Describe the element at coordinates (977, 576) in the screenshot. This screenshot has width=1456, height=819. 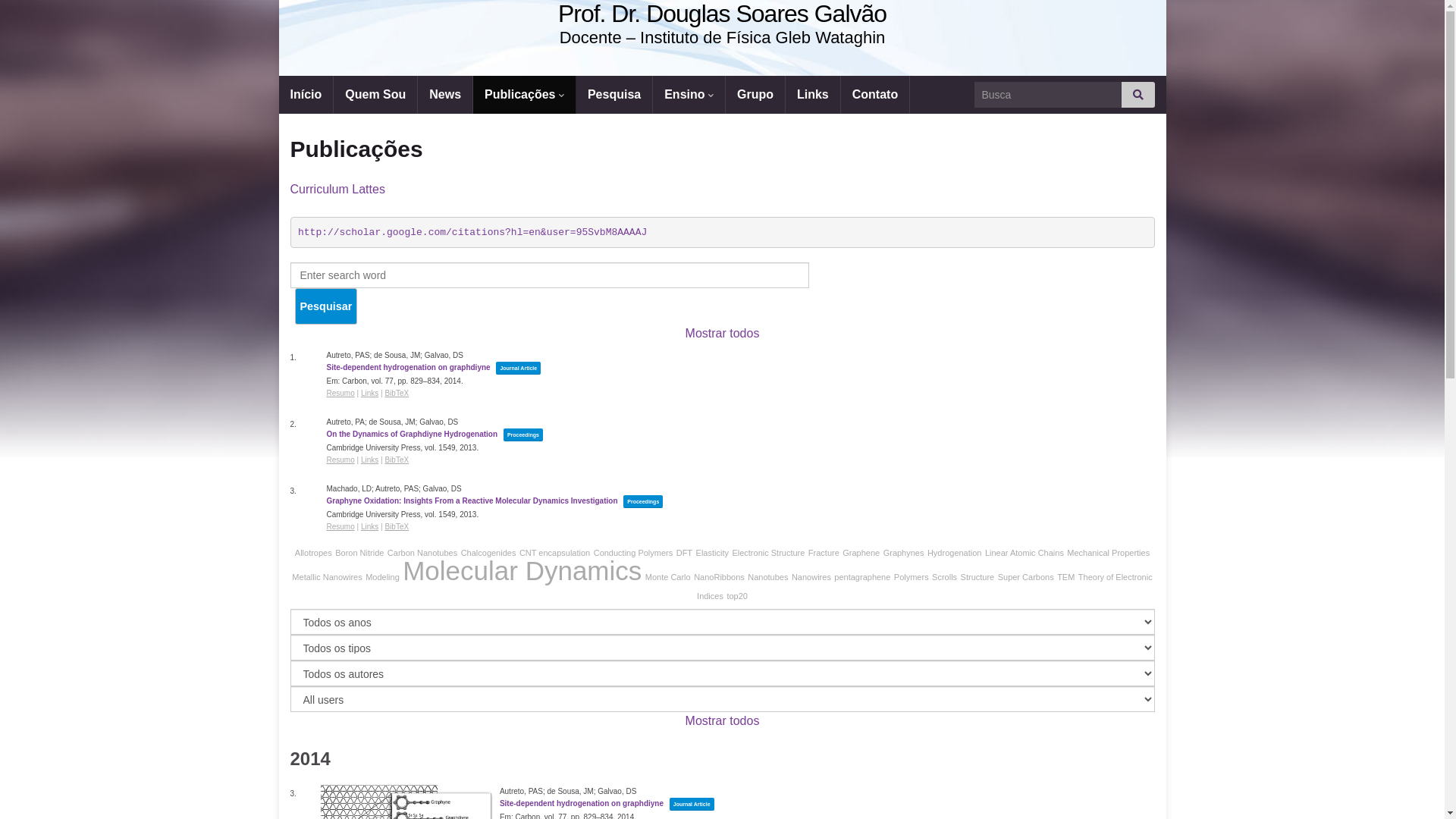
I see `'Structure'` at that location.